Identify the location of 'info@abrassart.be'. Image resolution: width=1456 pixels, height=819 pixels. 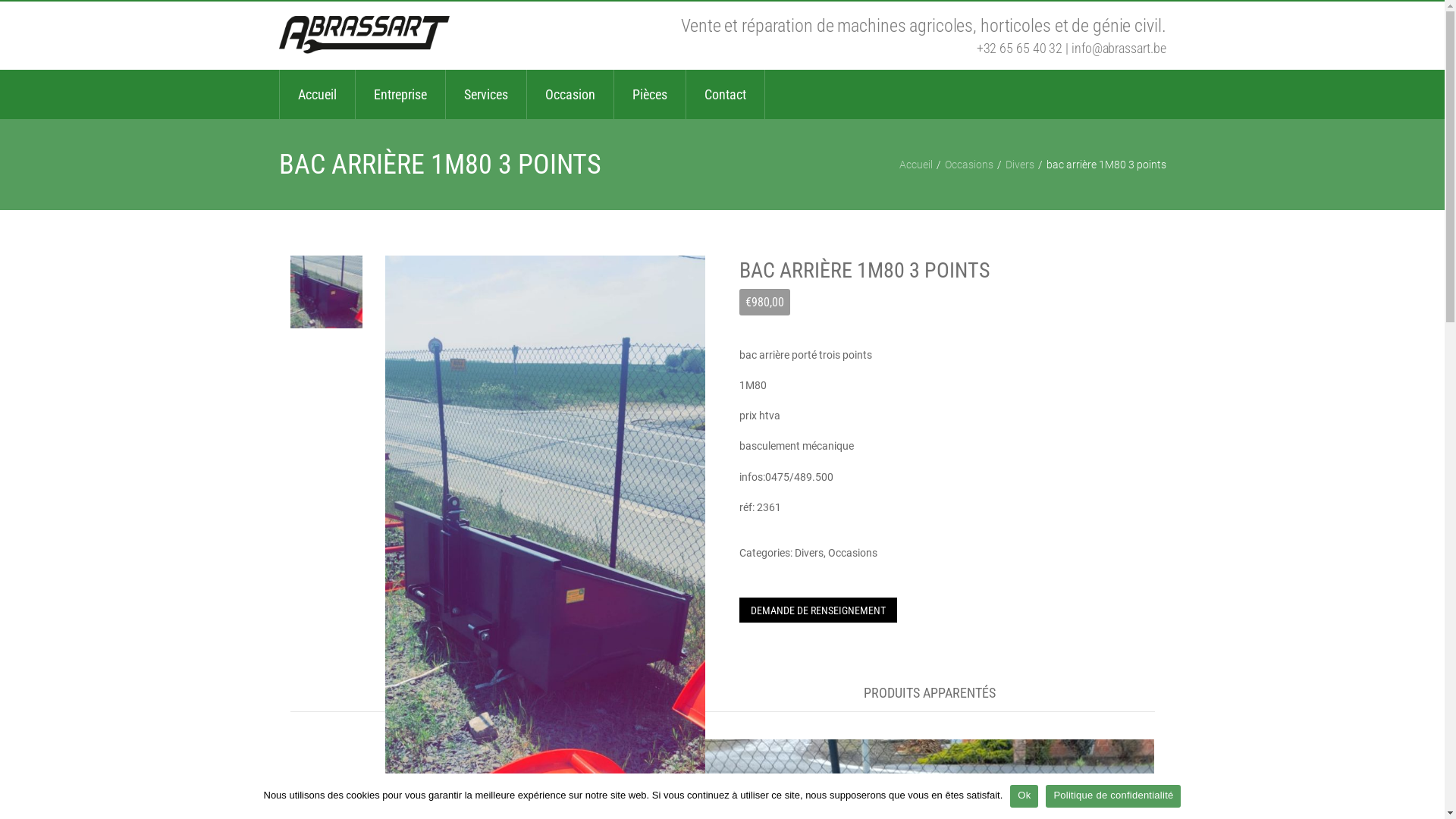
(1118, 47).